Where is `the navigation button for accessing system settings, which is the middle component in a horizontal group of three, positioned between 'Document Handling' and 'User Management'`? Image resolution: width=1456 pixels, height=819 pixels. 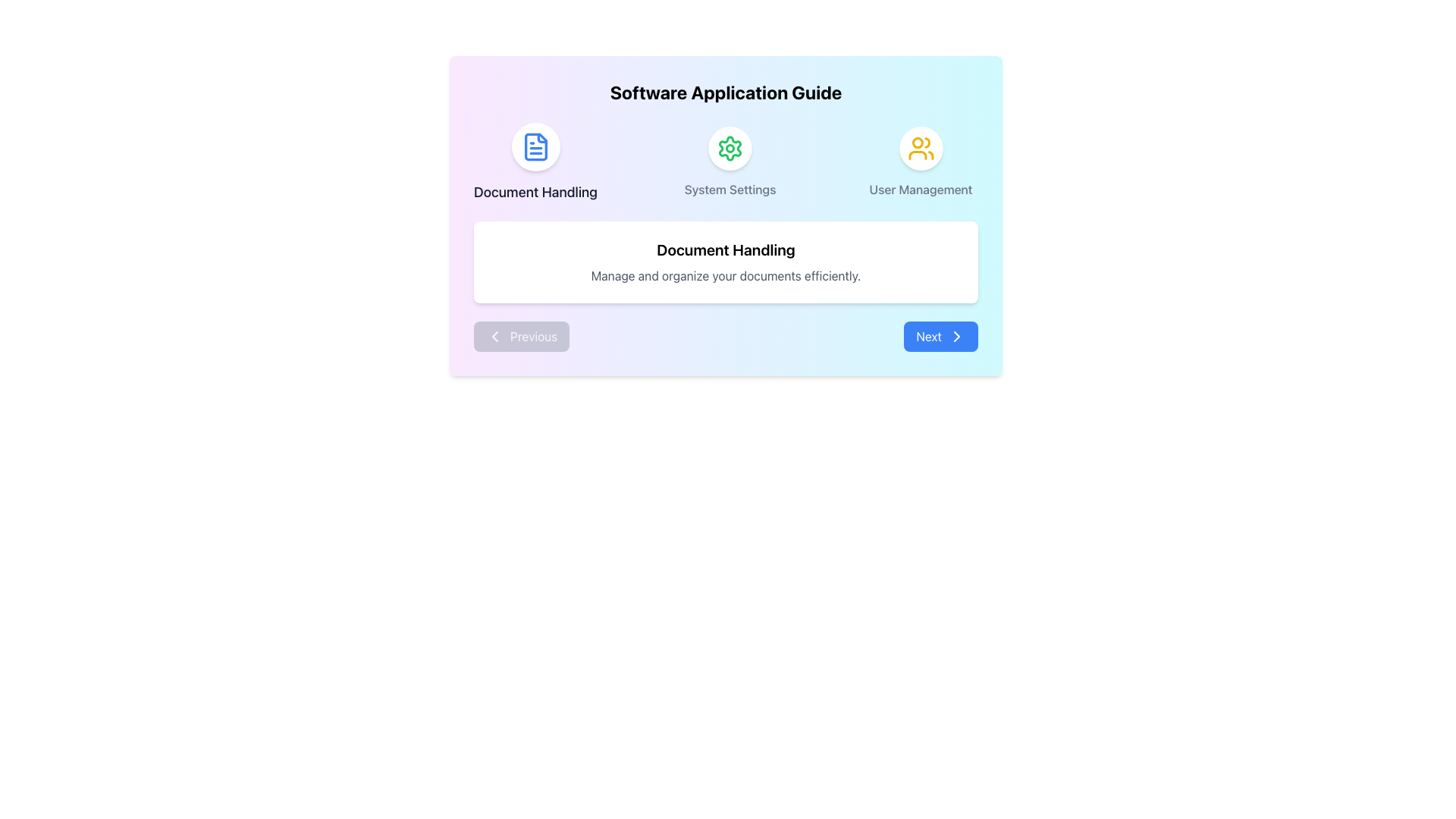
the navigation button for accessing system settings, which is the middle component in a horizontal group of three, positioned between 'Document Handling' and 'User Management' is located at coordinates (730, 163).